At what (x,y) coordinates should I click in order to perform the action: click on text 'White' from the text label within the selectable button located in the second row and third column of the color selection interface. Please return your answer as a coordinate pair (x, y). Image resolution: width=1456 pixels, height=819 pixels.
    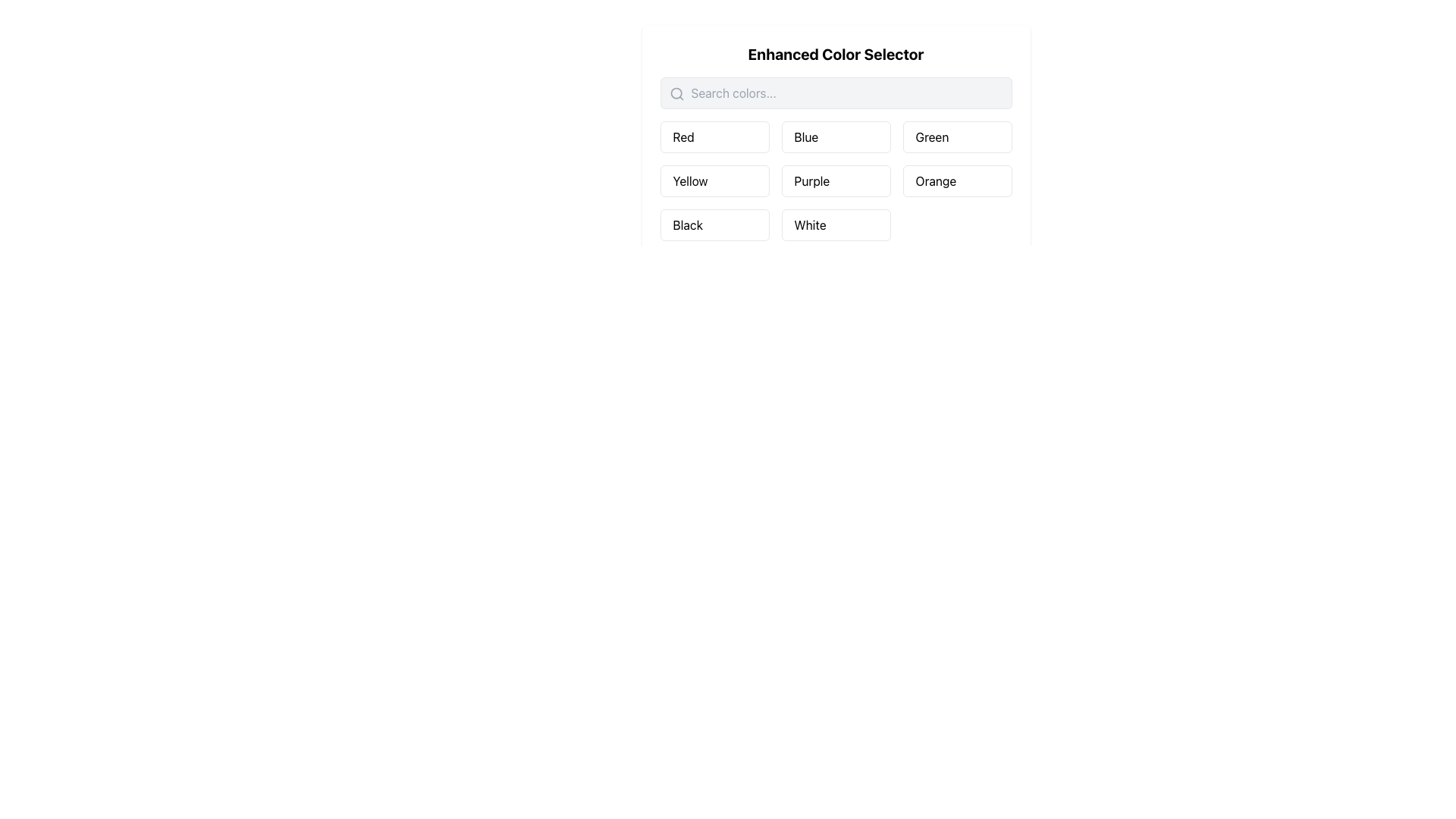
    Looking at the image, I should click on (809, 225).